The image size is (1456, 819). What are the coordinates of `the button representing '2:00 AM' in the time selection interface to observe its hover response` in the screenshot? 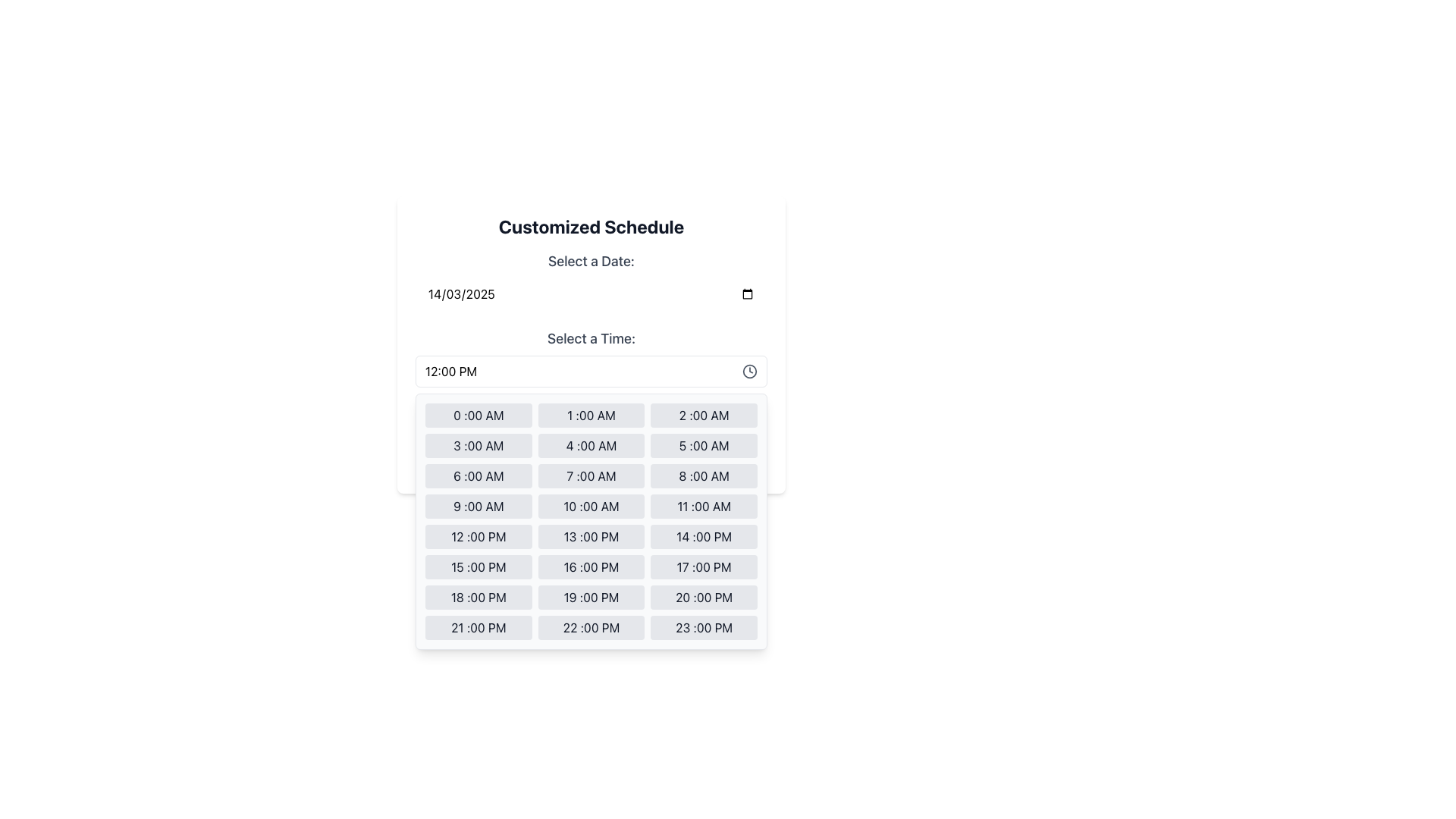 It's located at (703, 415).